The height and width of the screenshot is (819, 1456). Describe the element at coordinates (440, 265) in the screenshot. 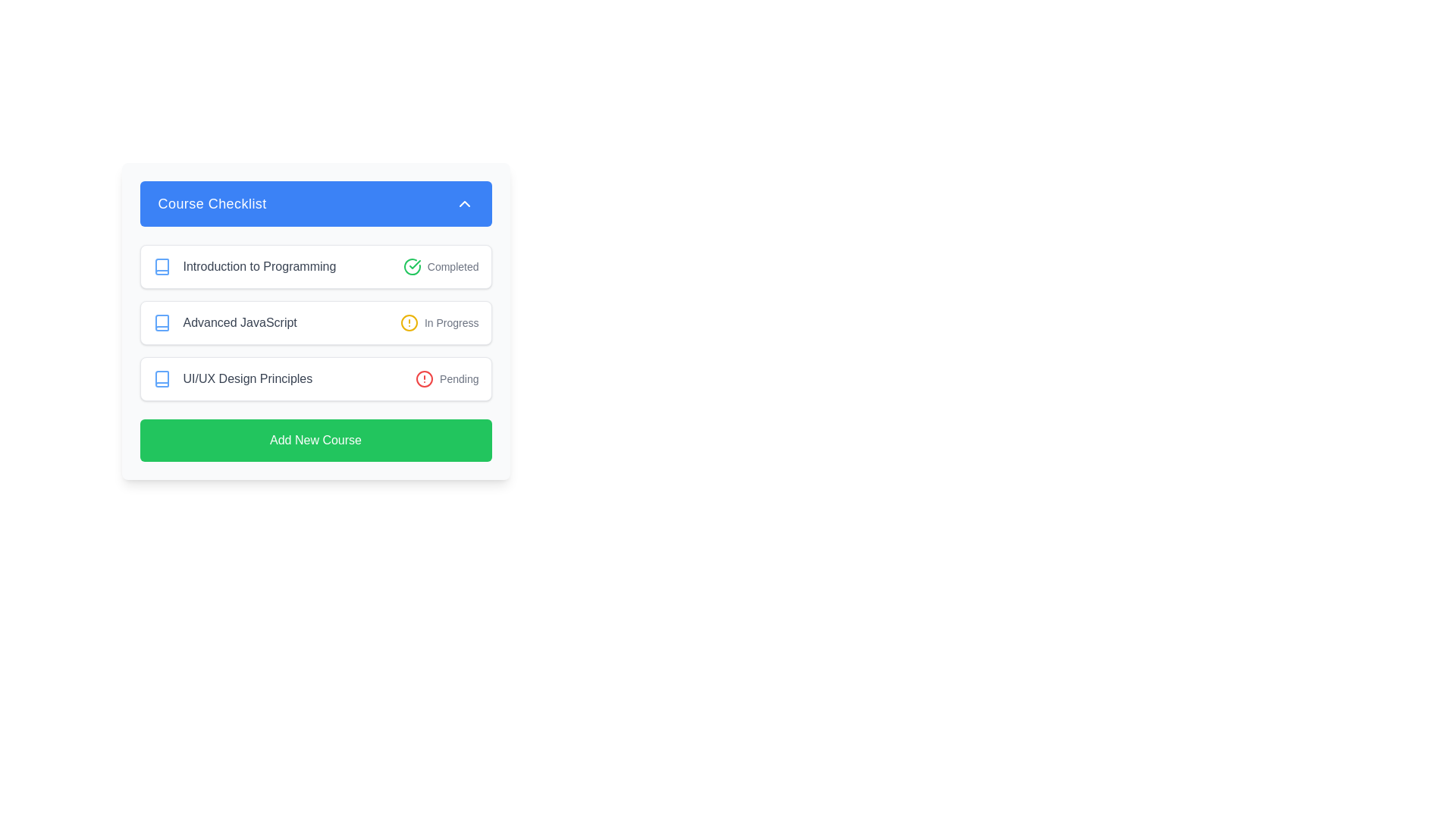

I see `the status information associated with the 'Completed' text and green checkmark icon located in the right section of the first row labeled 'Introduction to Programming'` at that location.